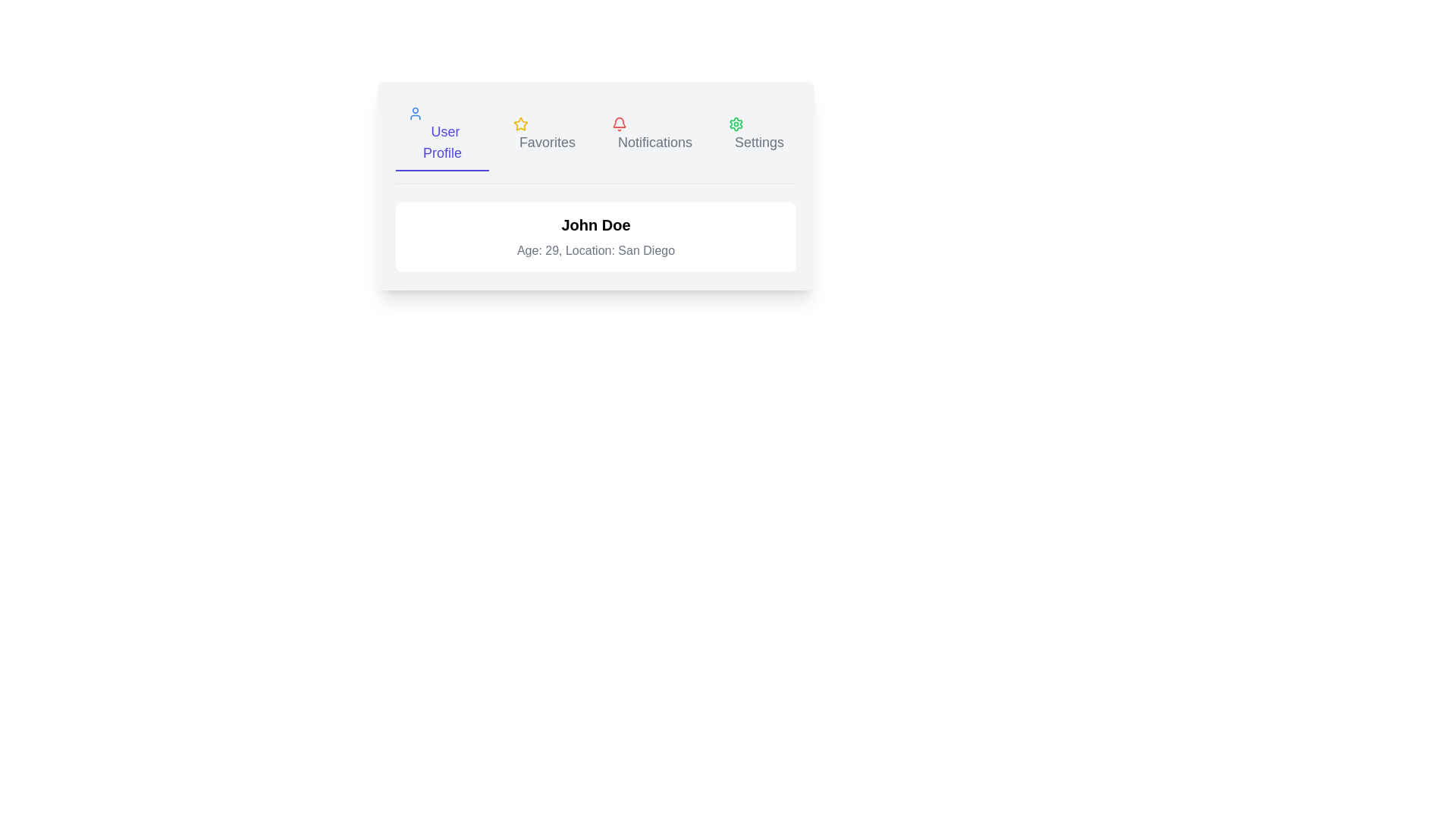  What do you see at coordinates (756, 134) in the screenshot?
I see `the 'Settings' button, which is the fourth item on the rightmost side of the navigation bar` at bounding box center [756, 134].